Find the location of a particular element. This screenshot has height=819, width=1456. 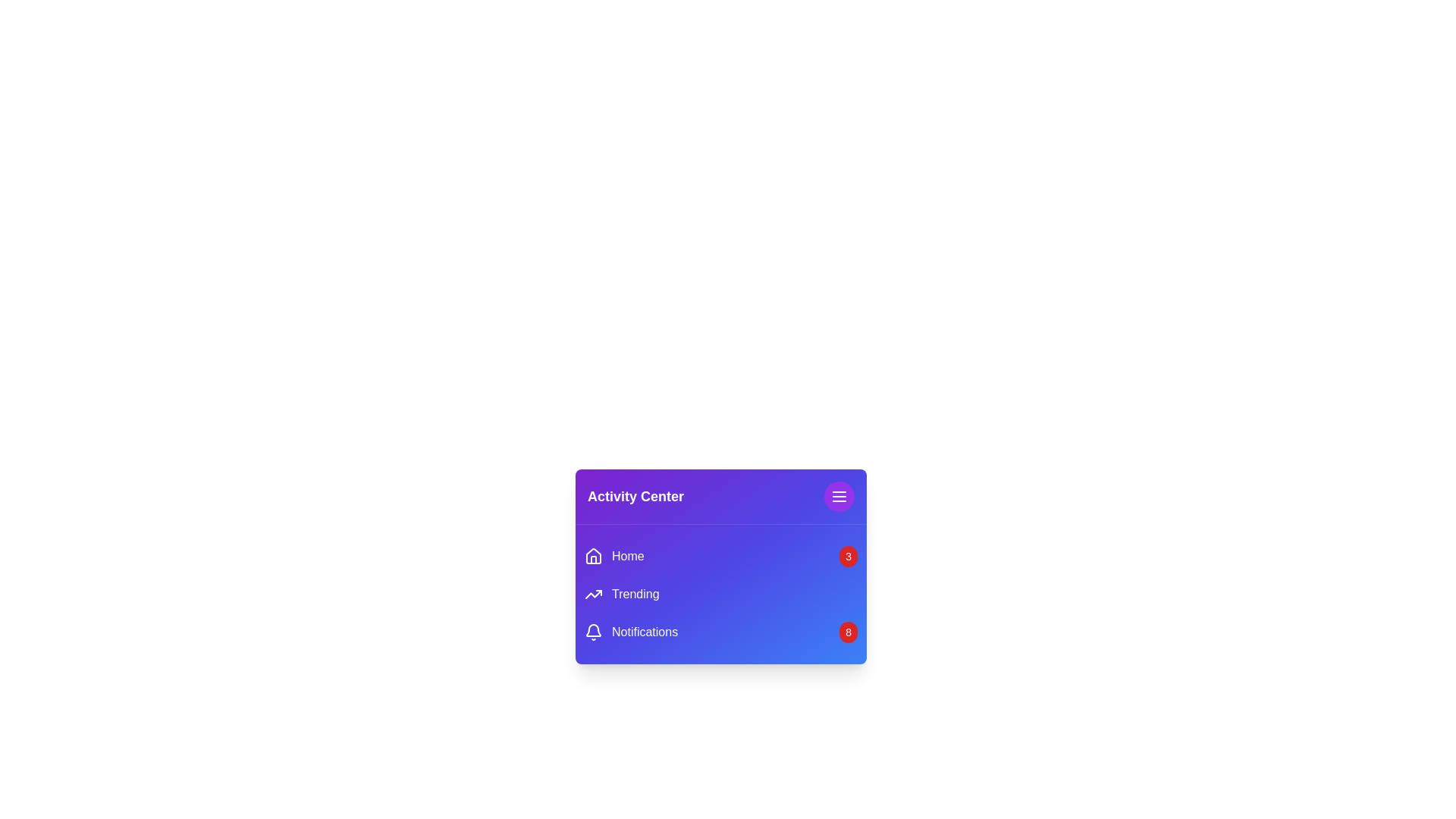

the menu item Notifications to observe hover effects is located at coordinates (630, 632).